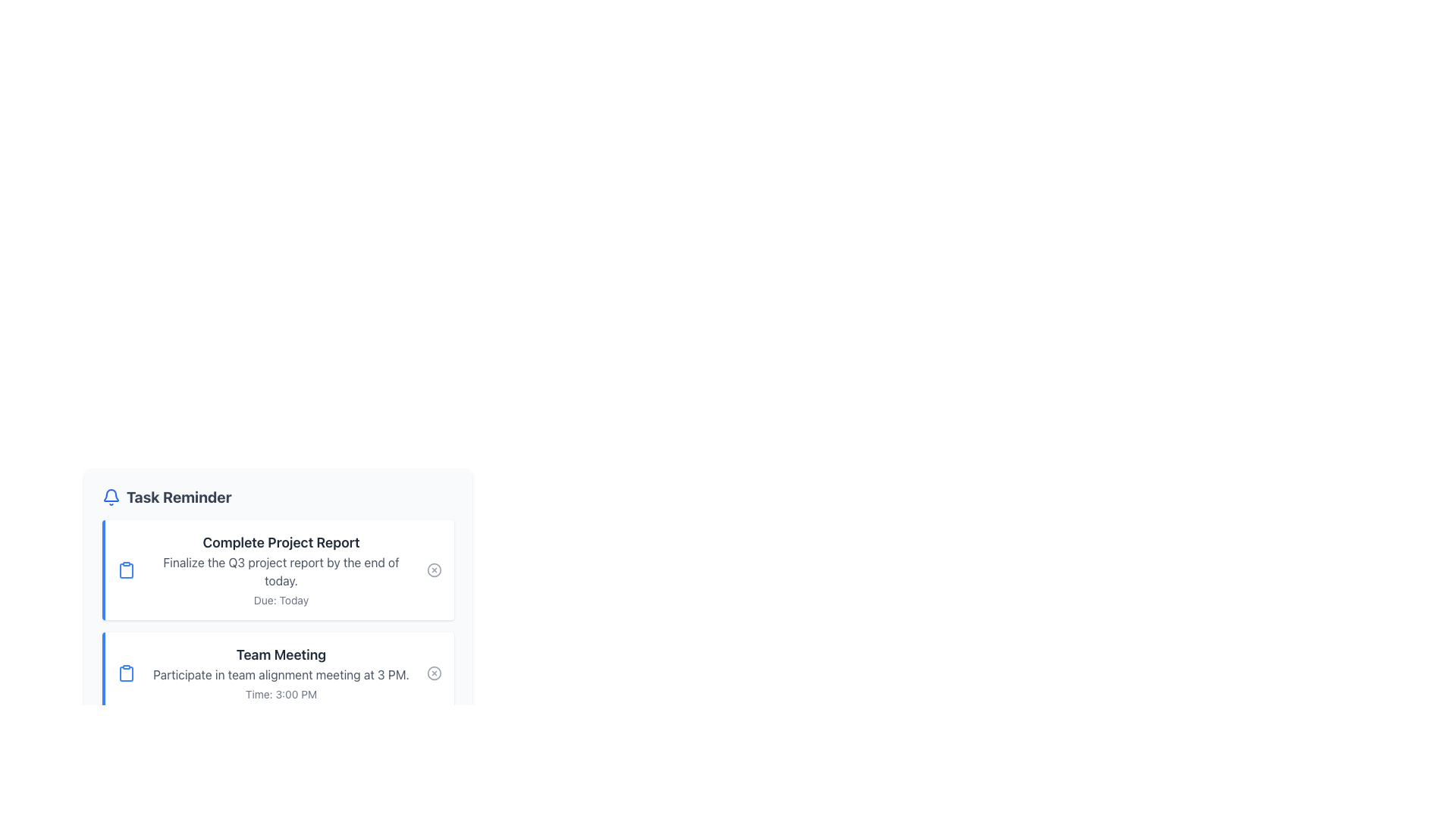 The width and height of the screenshot is (1456, 819). I want to click on the 'Team Meeting' icon located in the second card of the 'Task Reminder' section, above the due time details, so click(127, 672).